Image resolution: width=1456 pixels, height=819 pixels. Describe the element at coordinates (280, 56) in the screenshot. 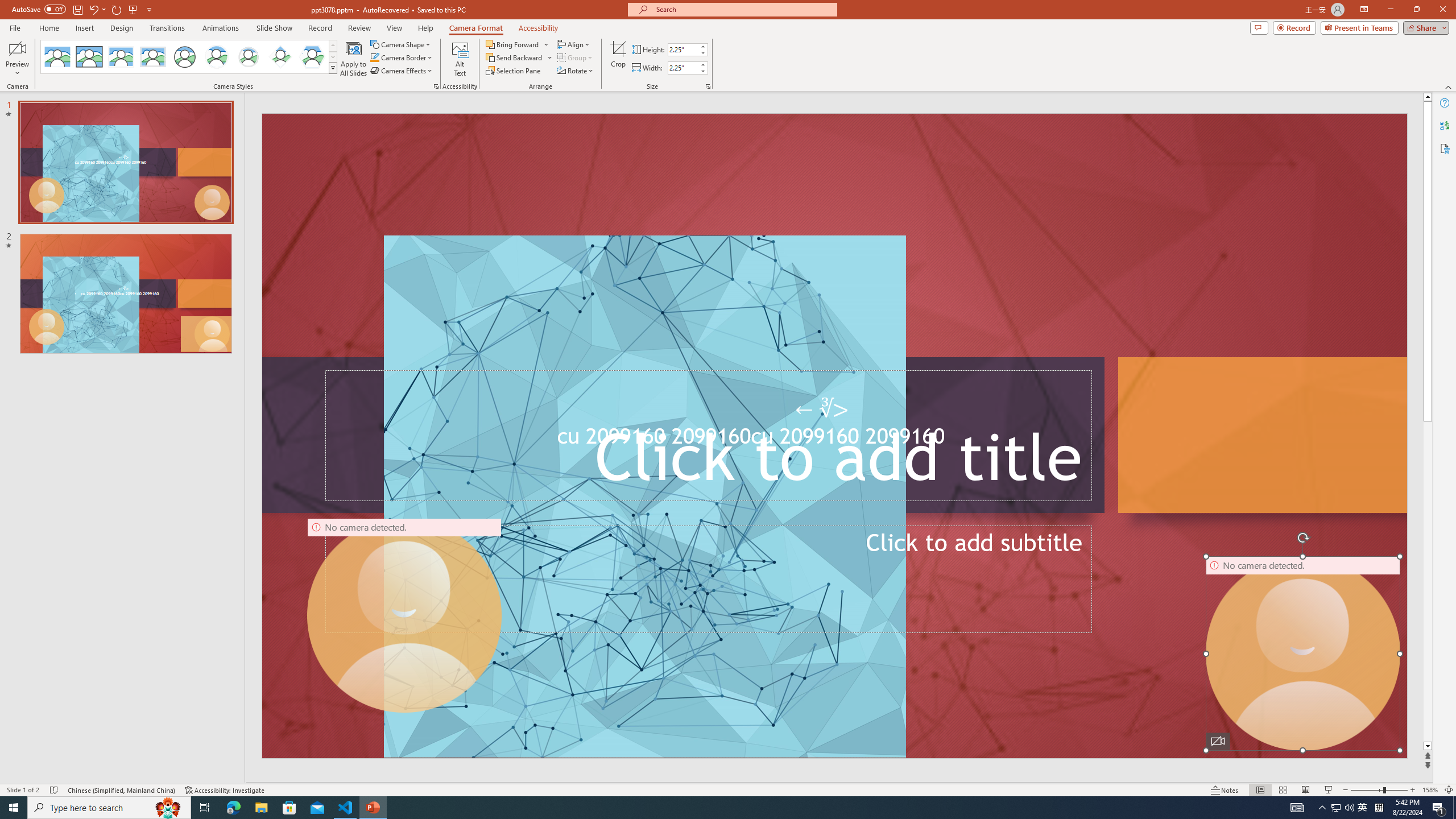

I see `'Center Shadow Diamond'` at that location.